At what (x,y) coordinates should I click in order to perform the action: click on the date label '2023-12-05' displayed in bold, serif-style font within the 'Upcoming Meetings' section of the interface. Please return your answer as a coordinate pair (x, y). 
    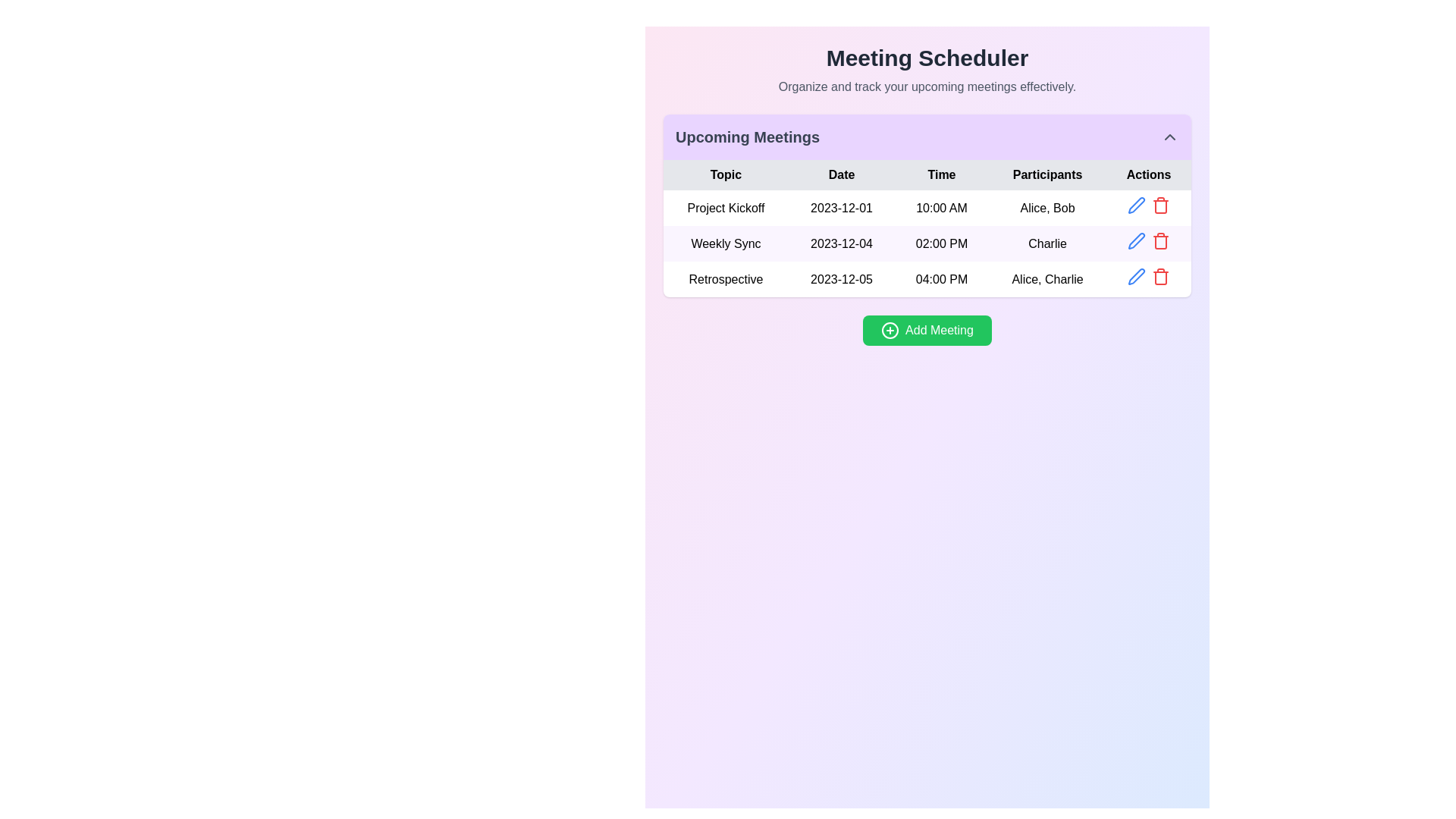
    Looking at the image, I should click on (840, 279).